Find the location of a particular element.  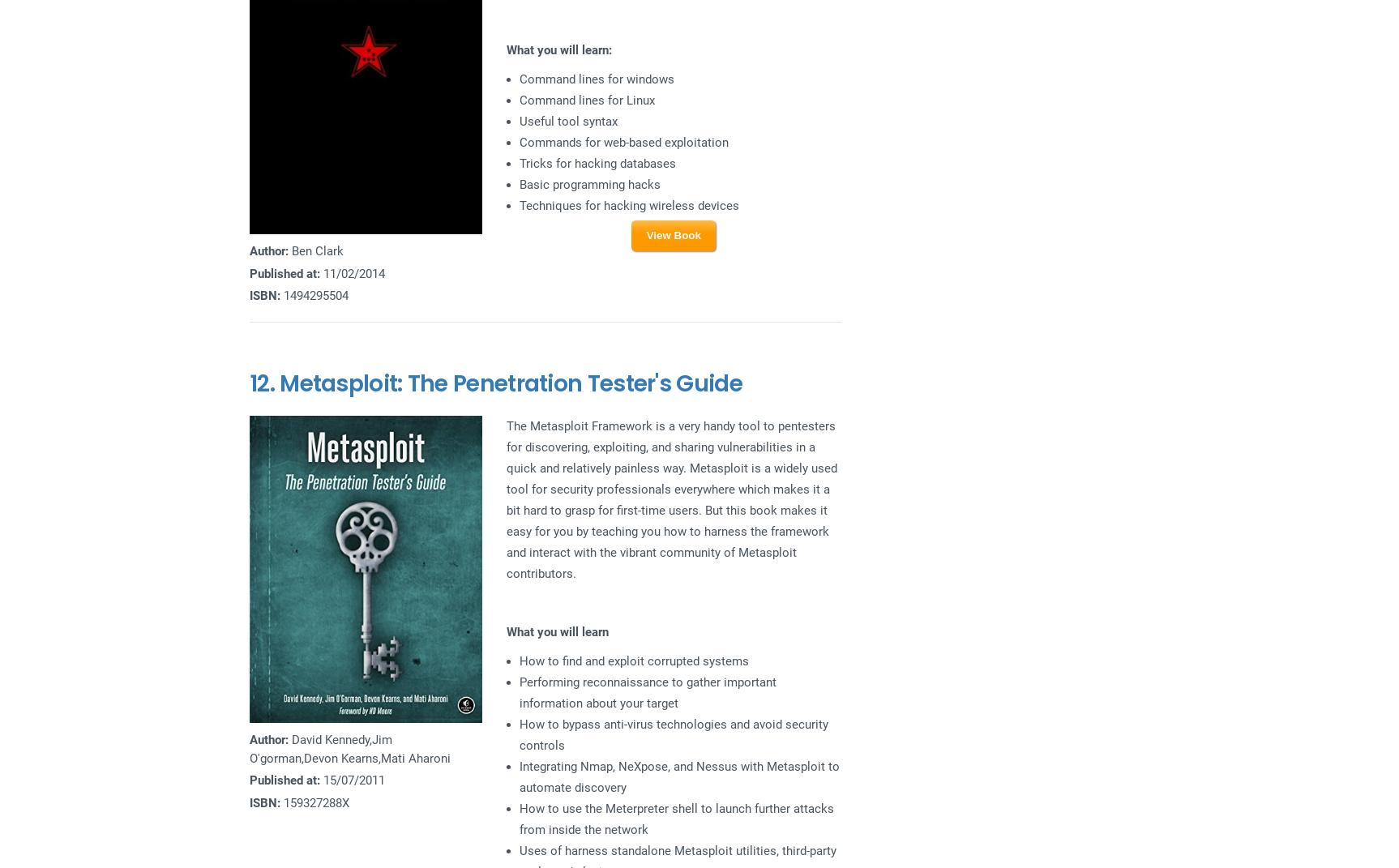

'159327288X' is located at coordinates (314, 802).